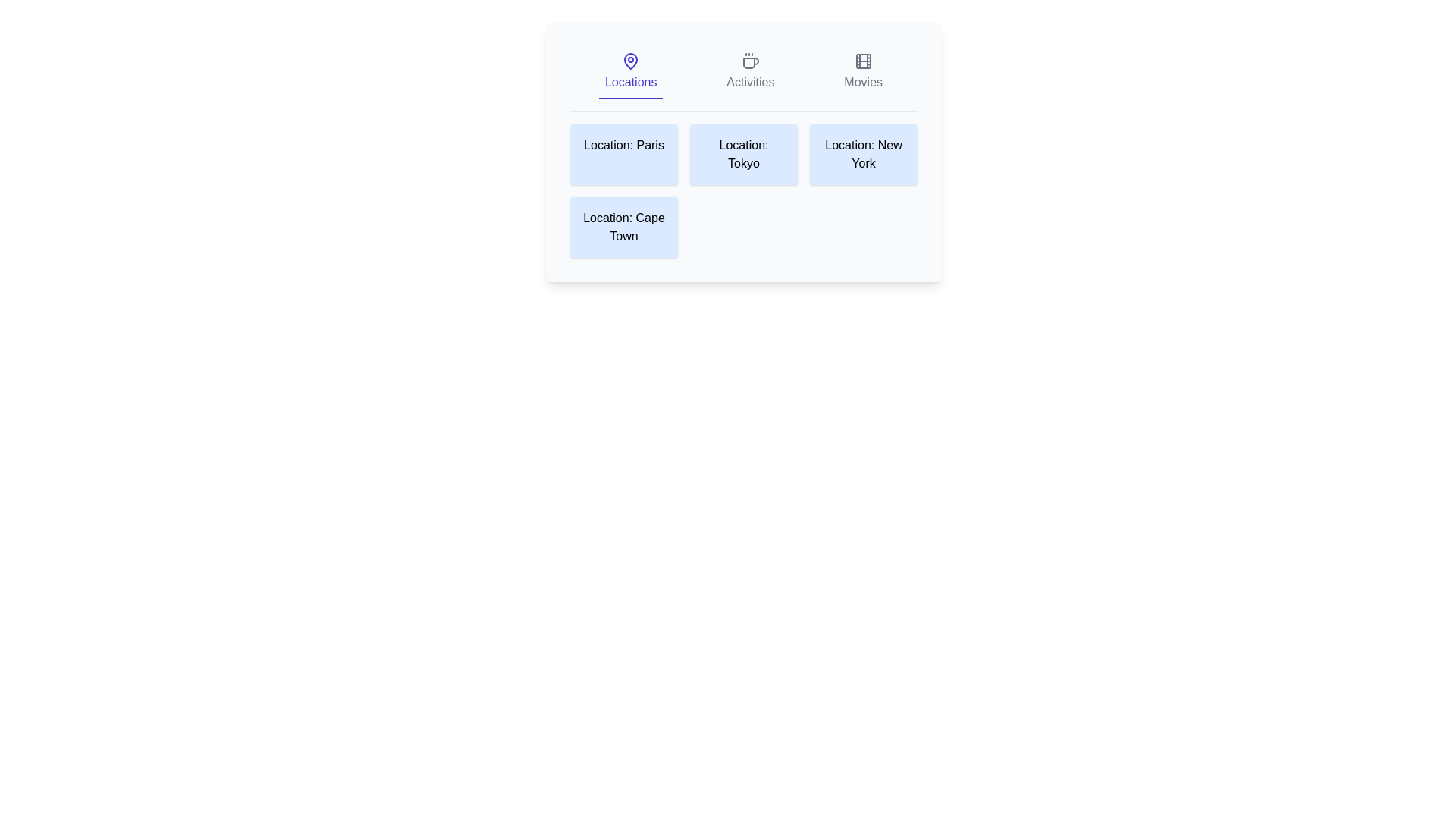 This screenshot has width=1456, height=819. Describe the element at coordinates (863, 155) in the screenshot. I see `the tab or card labeled Location: New York` at that location.